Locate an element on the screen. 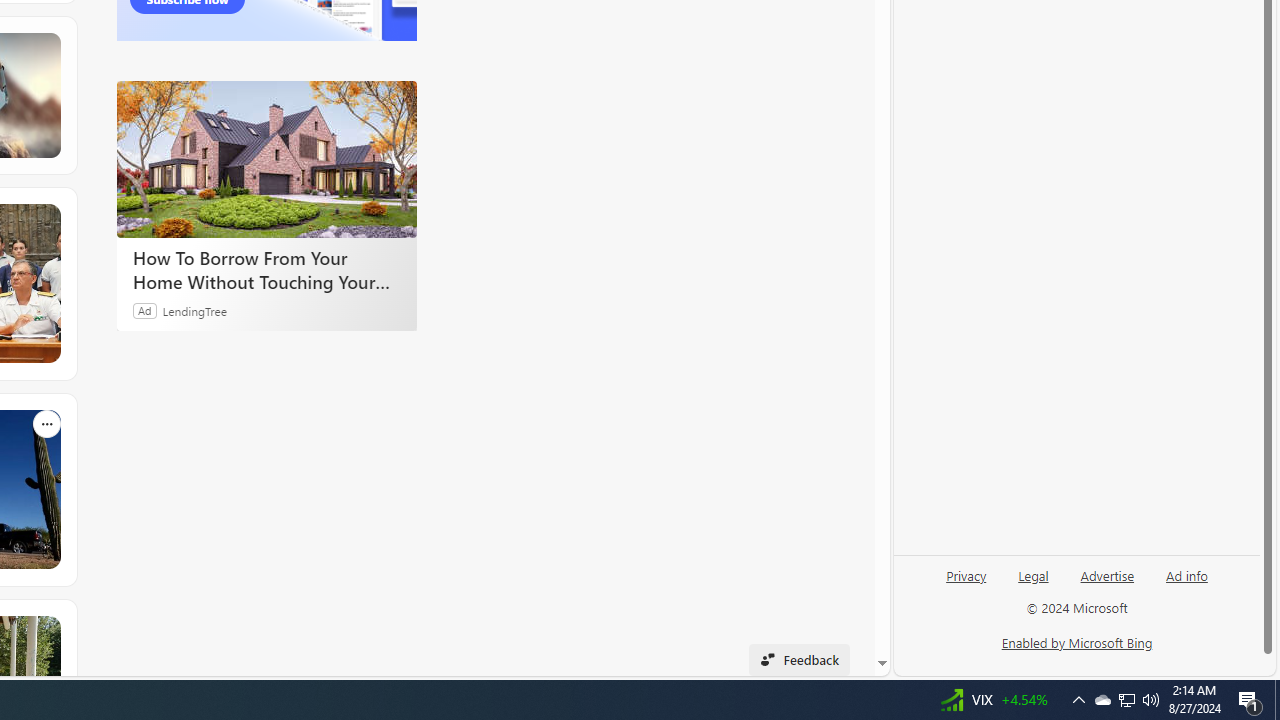  'LendingTree' is located at coordinates (195, 310).